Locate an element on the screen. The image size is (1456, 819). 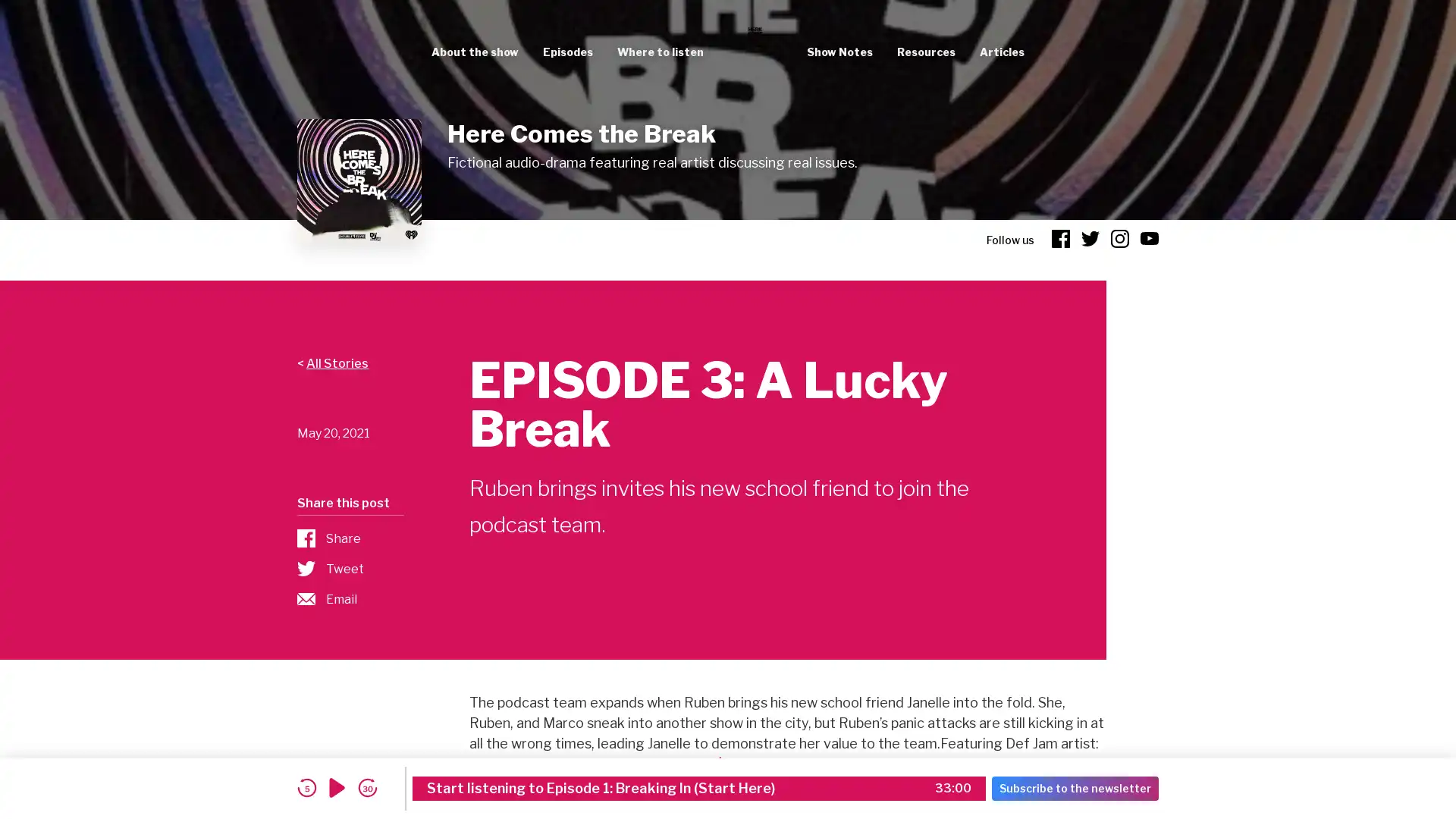
Twitter Tweet is located at coordinates (349, 568).